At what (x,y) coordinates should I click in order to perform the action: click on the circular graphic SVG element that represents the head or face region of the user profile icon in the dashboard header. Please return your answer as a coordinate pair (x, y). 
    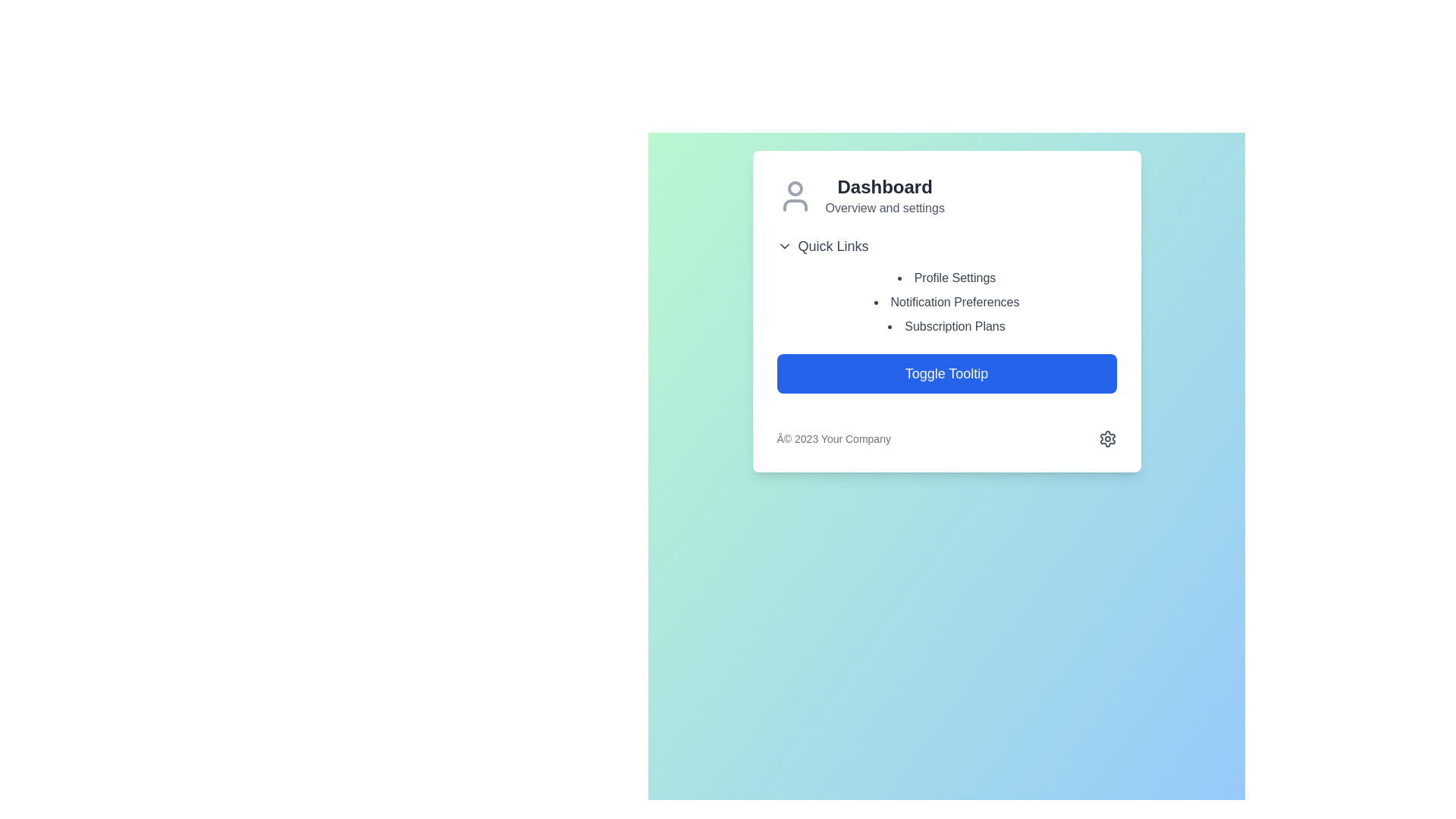
    Looking at the image, I should click on (794, 188).